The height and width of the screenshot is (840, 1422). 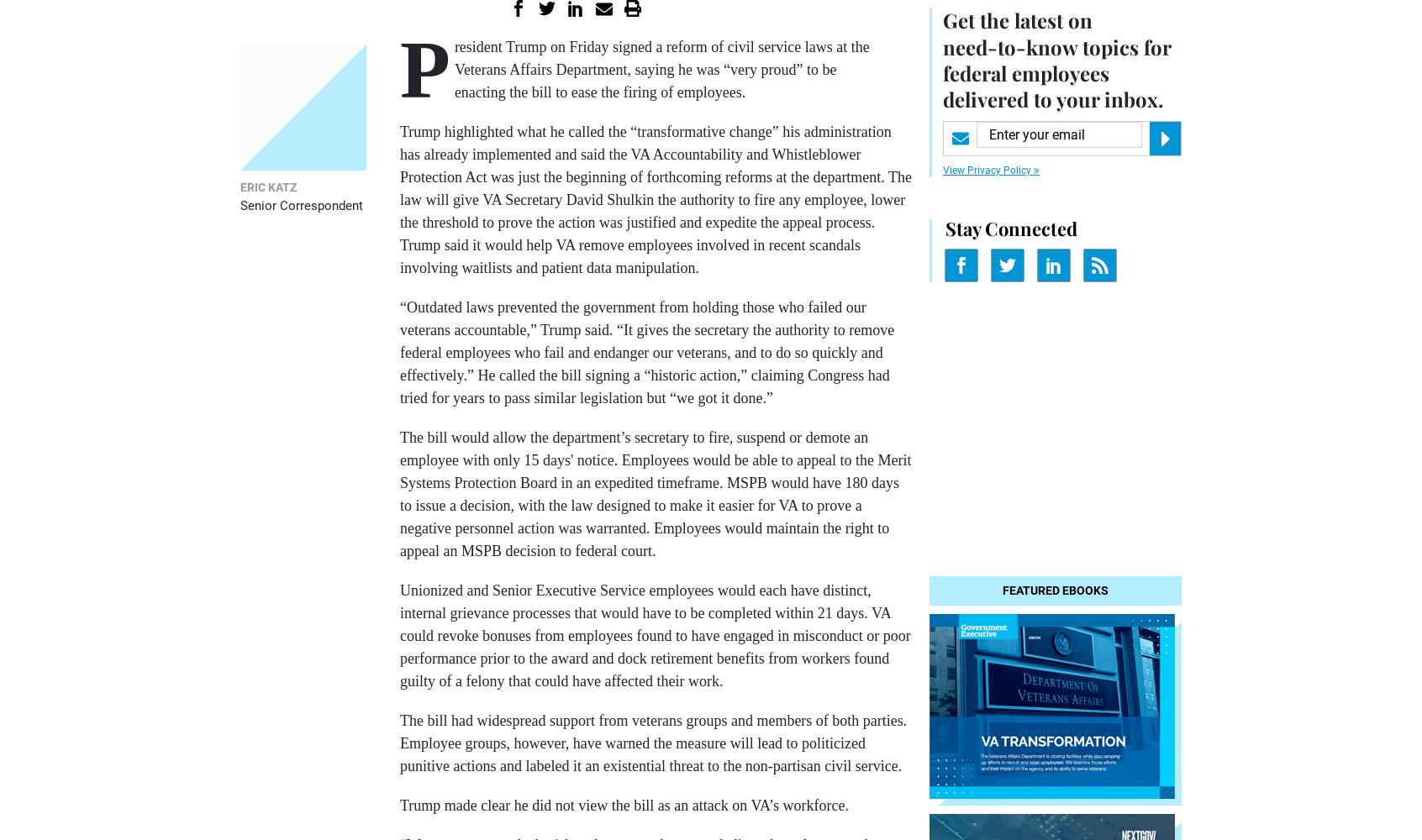 What do you see at coordinates (1056, 71) in the screenshot?
I see `'topics for federal employees delivered to your inbox.'` at bounding box center [1056, 71].